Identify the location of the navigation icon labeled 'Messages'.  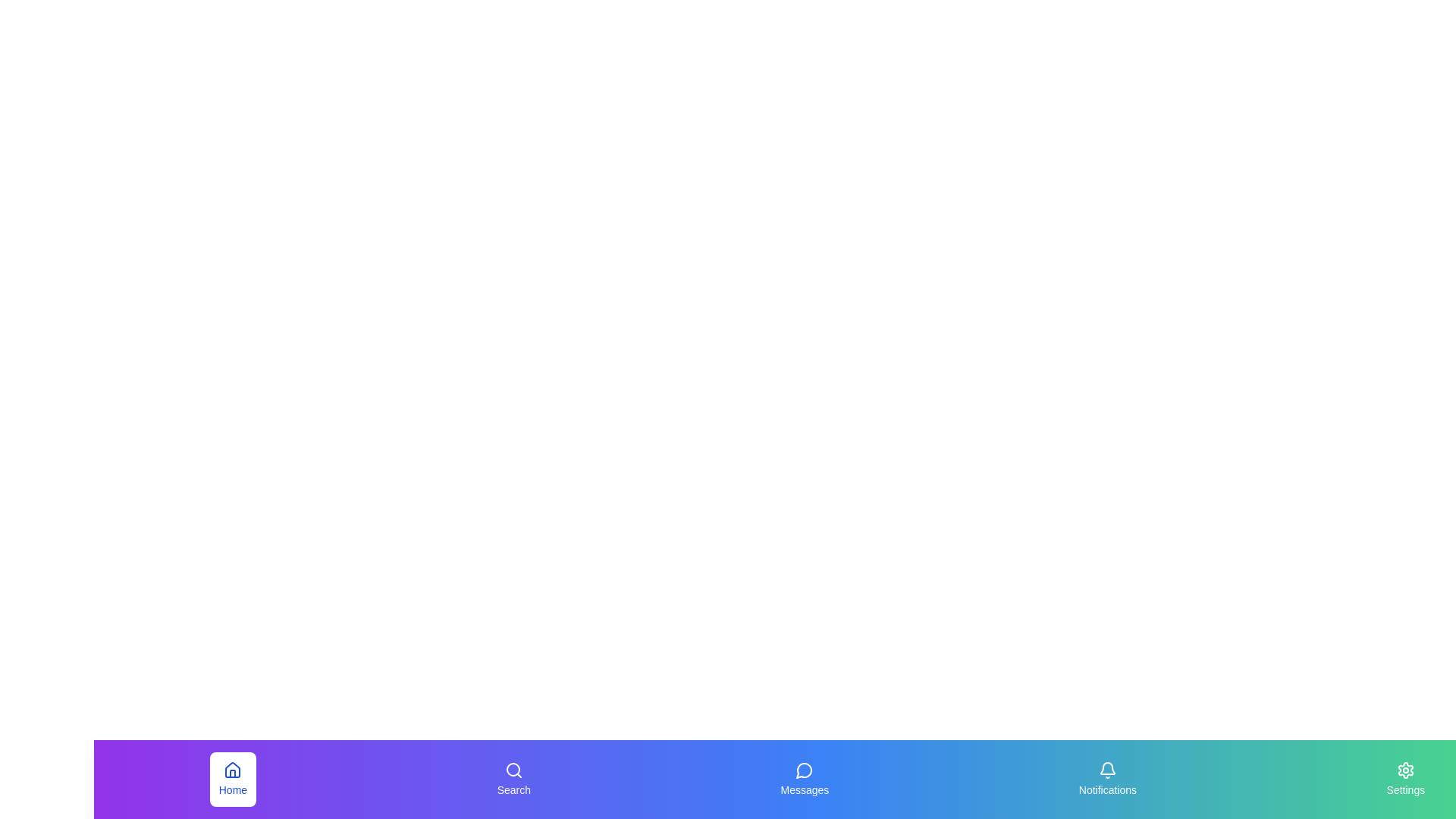
(804, 780).